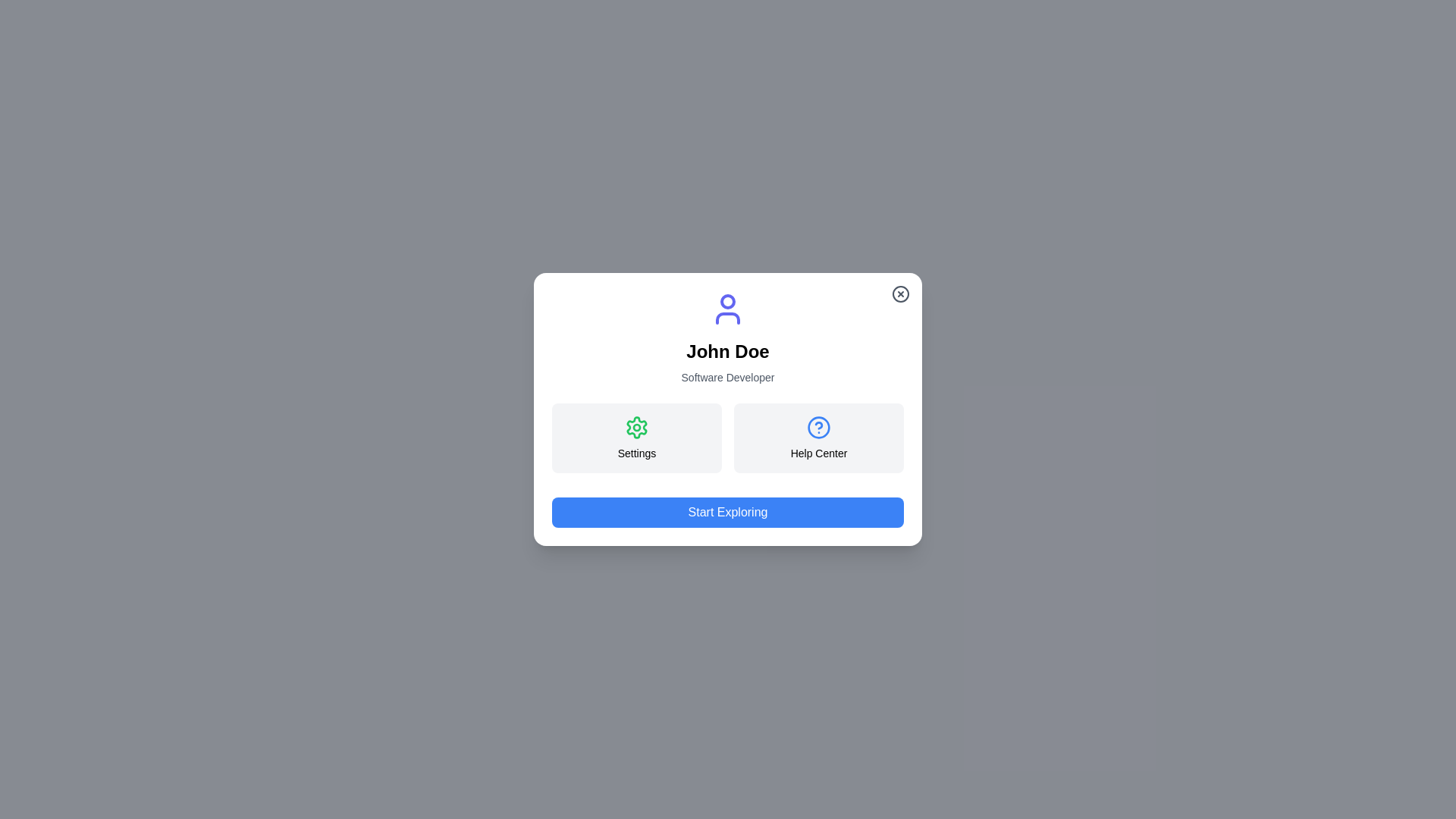 The image size is (1456, 819). I want to click on the button at the bottom of the modal that triggers the action, so click(728, 512).